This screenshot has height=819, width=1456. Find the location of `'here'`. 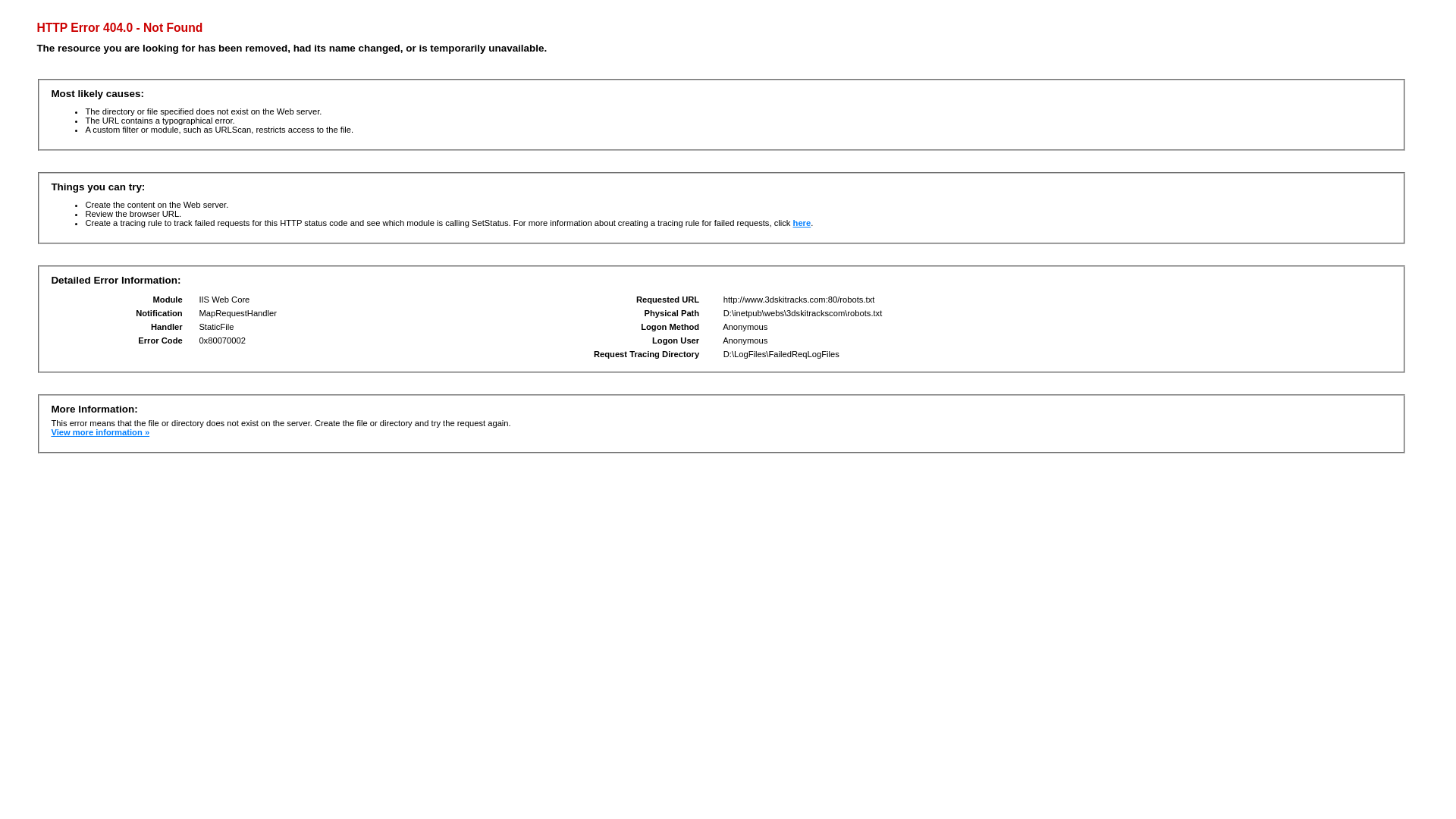

'here' is located at coordinates (792, 222).